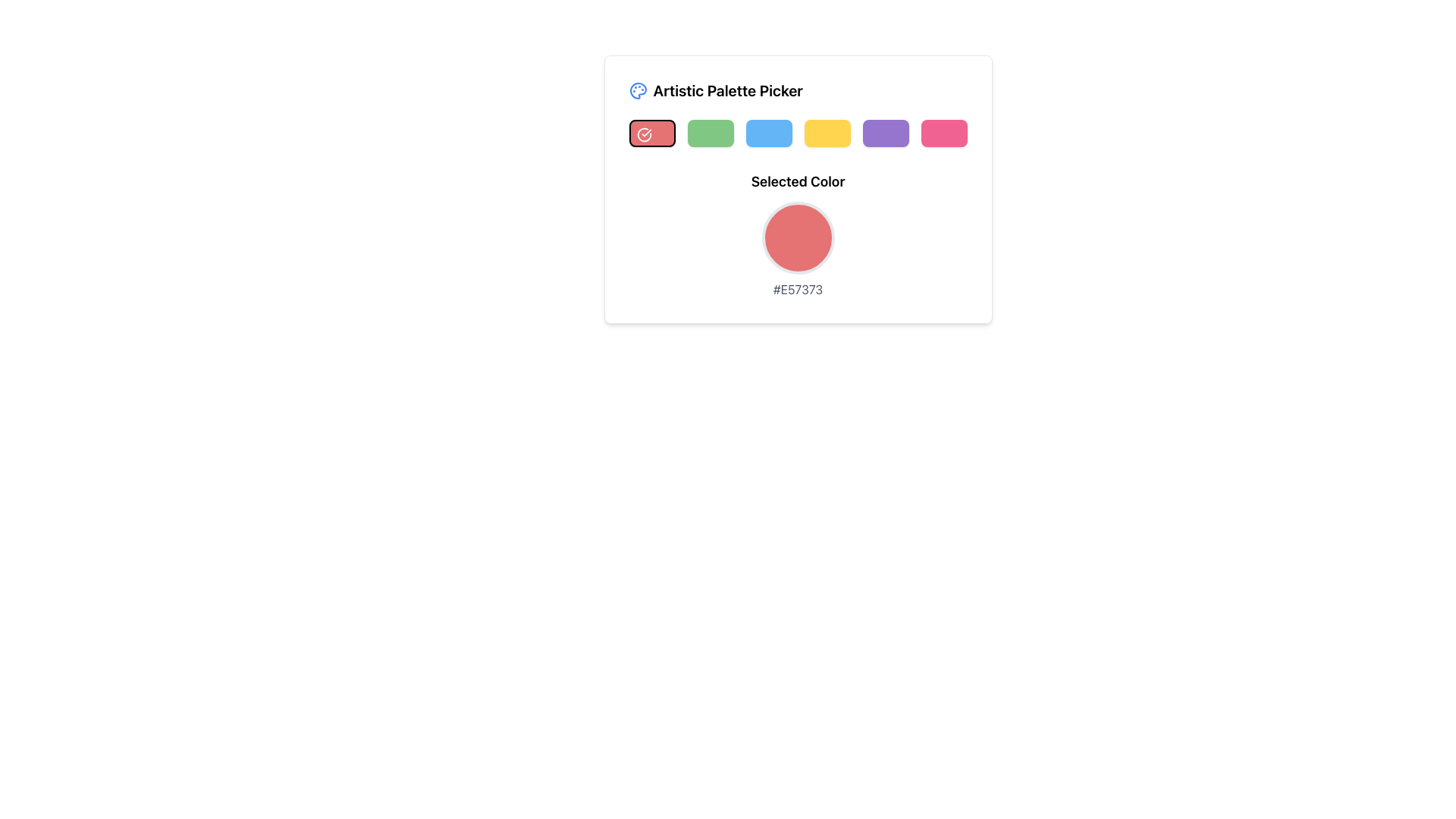 Image resolution: width=1456 pixels, height=819 pixels. Describe the element at coordinates (826, 133) in the screenshot. I see `the fourth selectable color box representing yellow in the Artistic Palette Picker` at that location.